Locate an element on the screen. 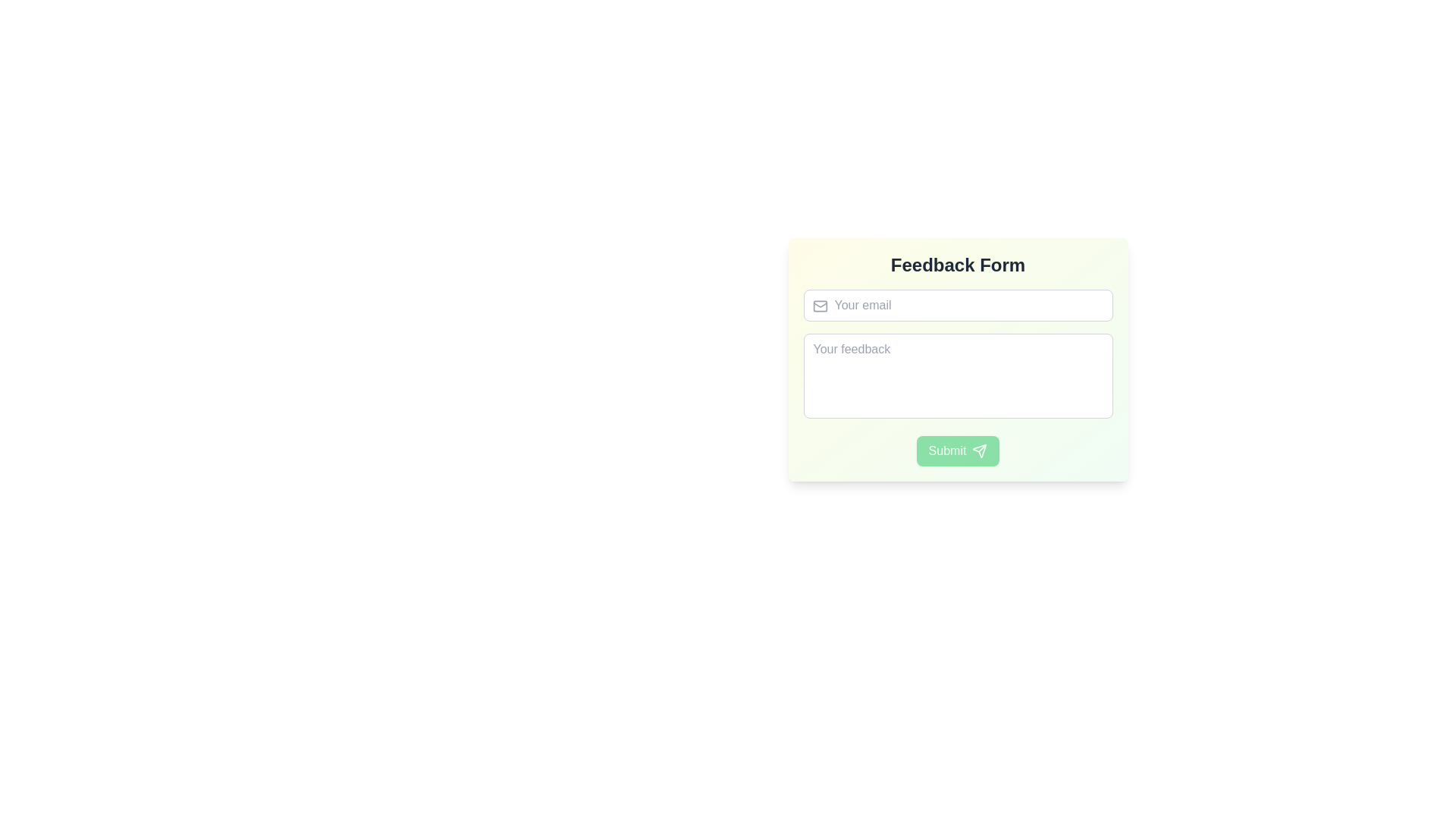 The height and width of the screenshot is (819, 1456). the email icon located at the top-left corner of the 'Your email' input field in the feedback form is located at coordinates (819, 306).